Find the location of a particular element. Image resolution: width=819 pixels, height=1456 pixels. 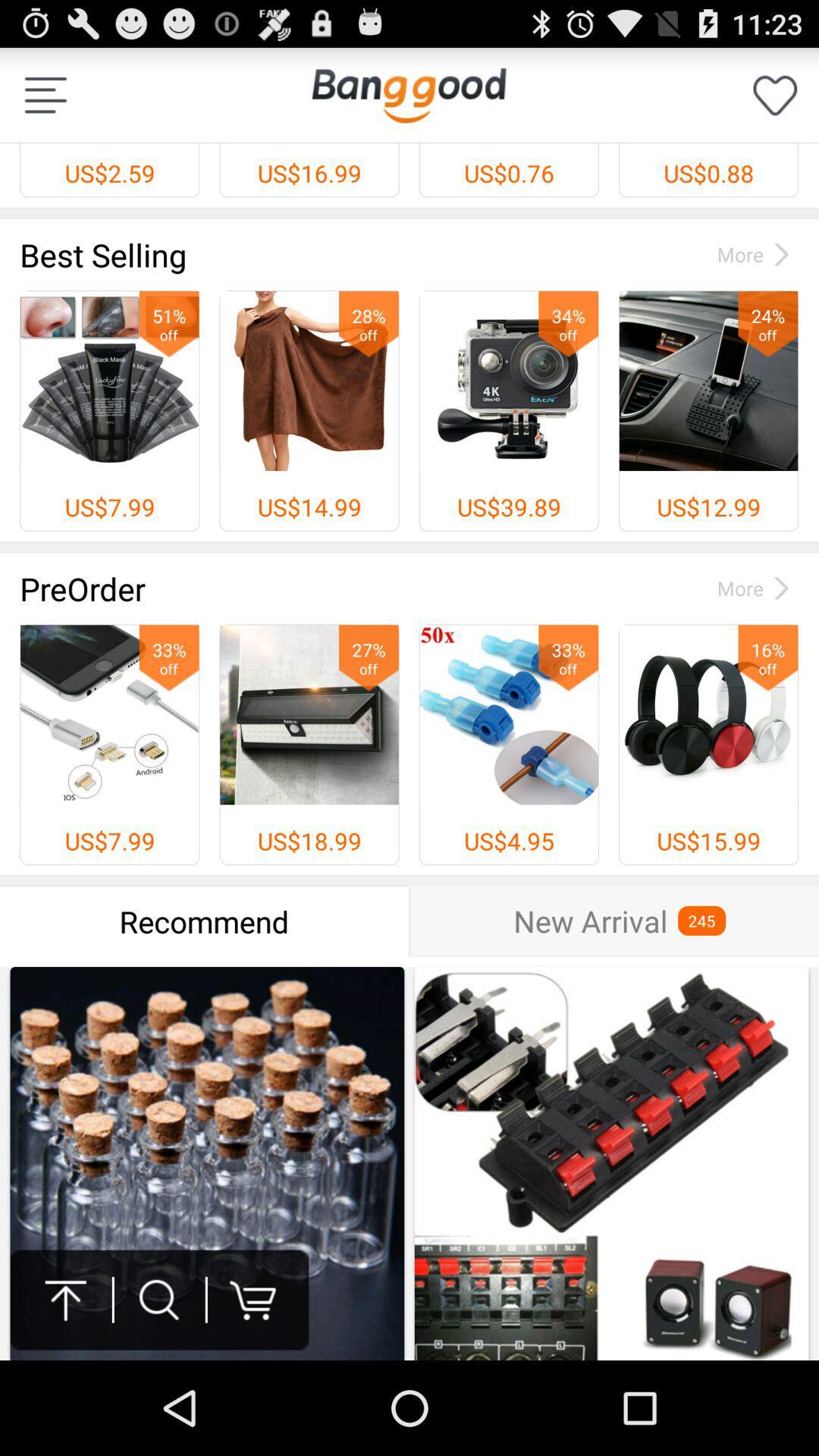

banggood home page is located at coordinates (408, 94).